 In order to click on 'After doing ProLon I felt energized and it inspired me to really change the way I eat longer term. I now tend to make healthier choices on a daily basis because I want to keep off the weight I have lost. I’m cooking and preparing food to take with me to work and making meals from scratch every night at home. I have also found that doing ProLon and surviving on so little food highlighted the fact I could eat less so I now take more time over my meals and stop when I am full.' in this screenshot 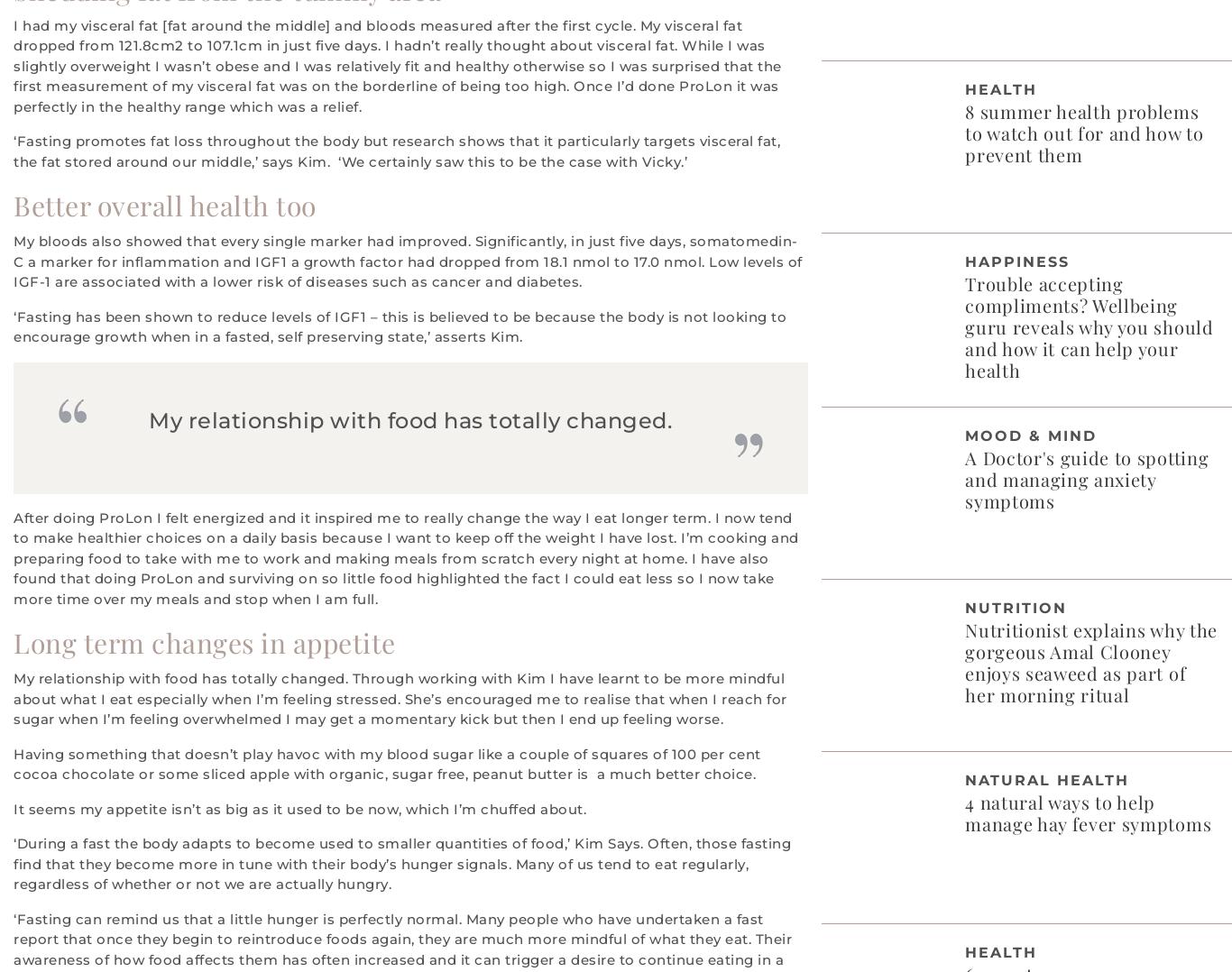, I will do `click(404, 556)`.